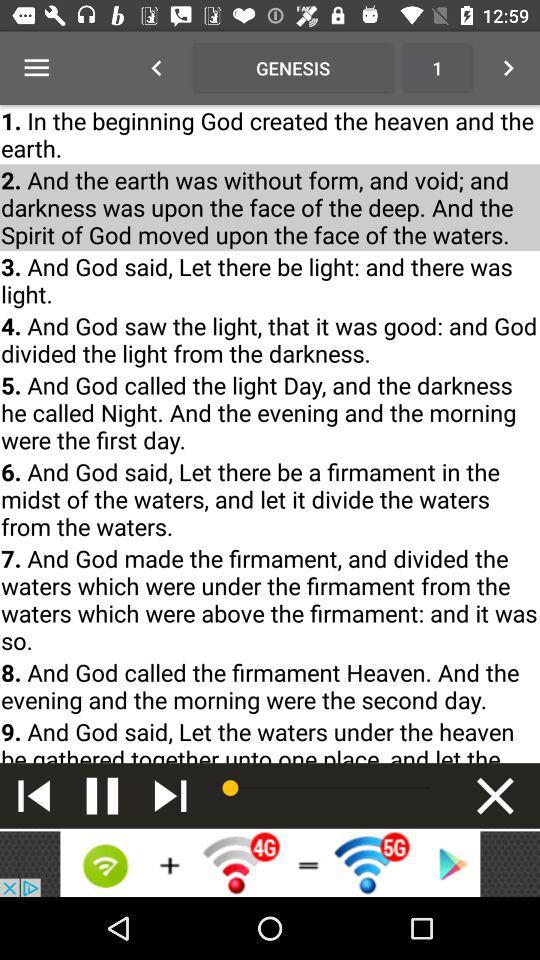 This screenshot has width=540, height=960. Describe the element at coordinates (33, 795) in the screenshot. I see `the skip_previous icon` at that location.